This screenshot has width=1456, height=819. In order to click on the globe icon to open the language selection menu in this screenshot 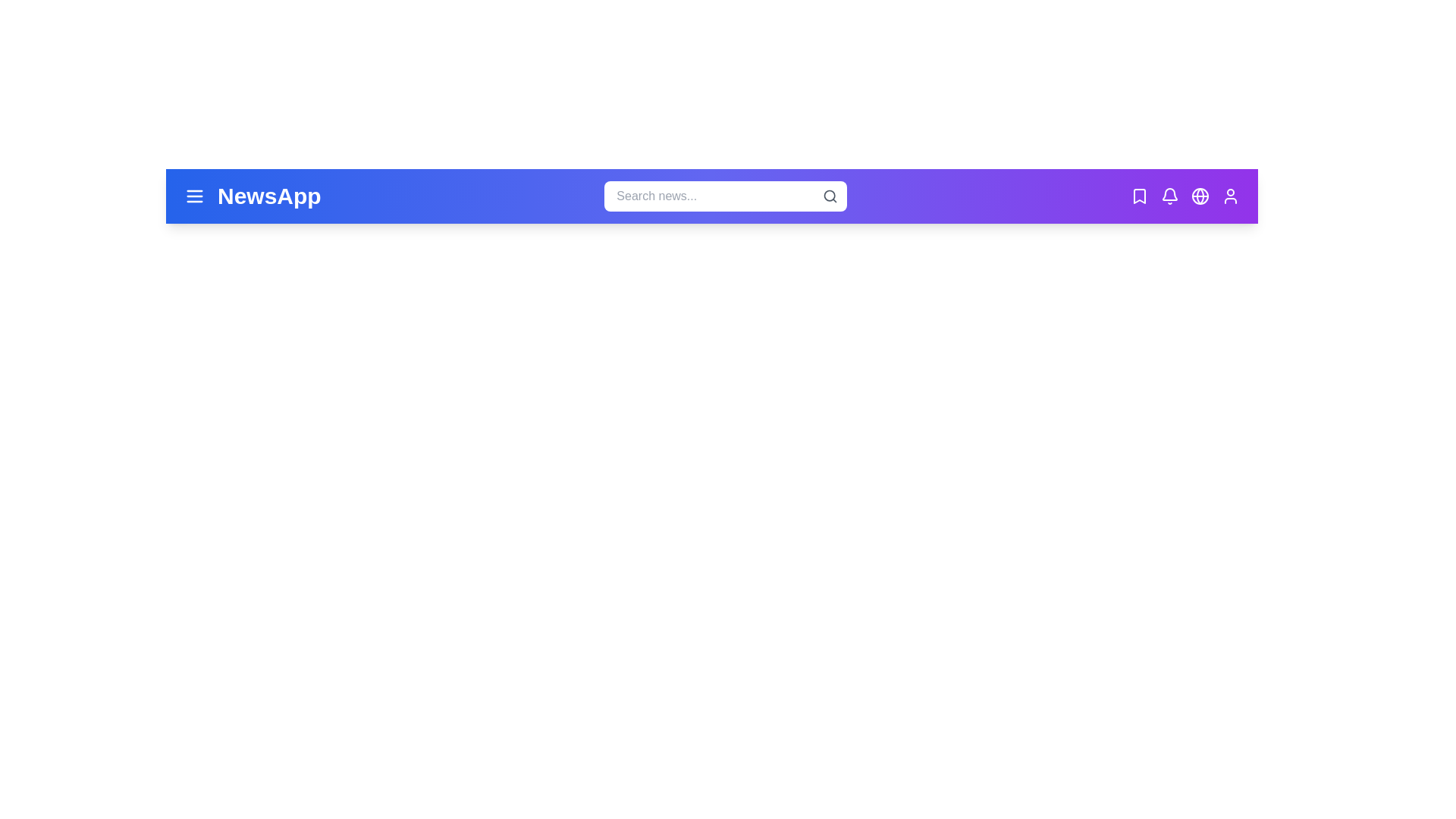, I will do `click(1200, 195)`.